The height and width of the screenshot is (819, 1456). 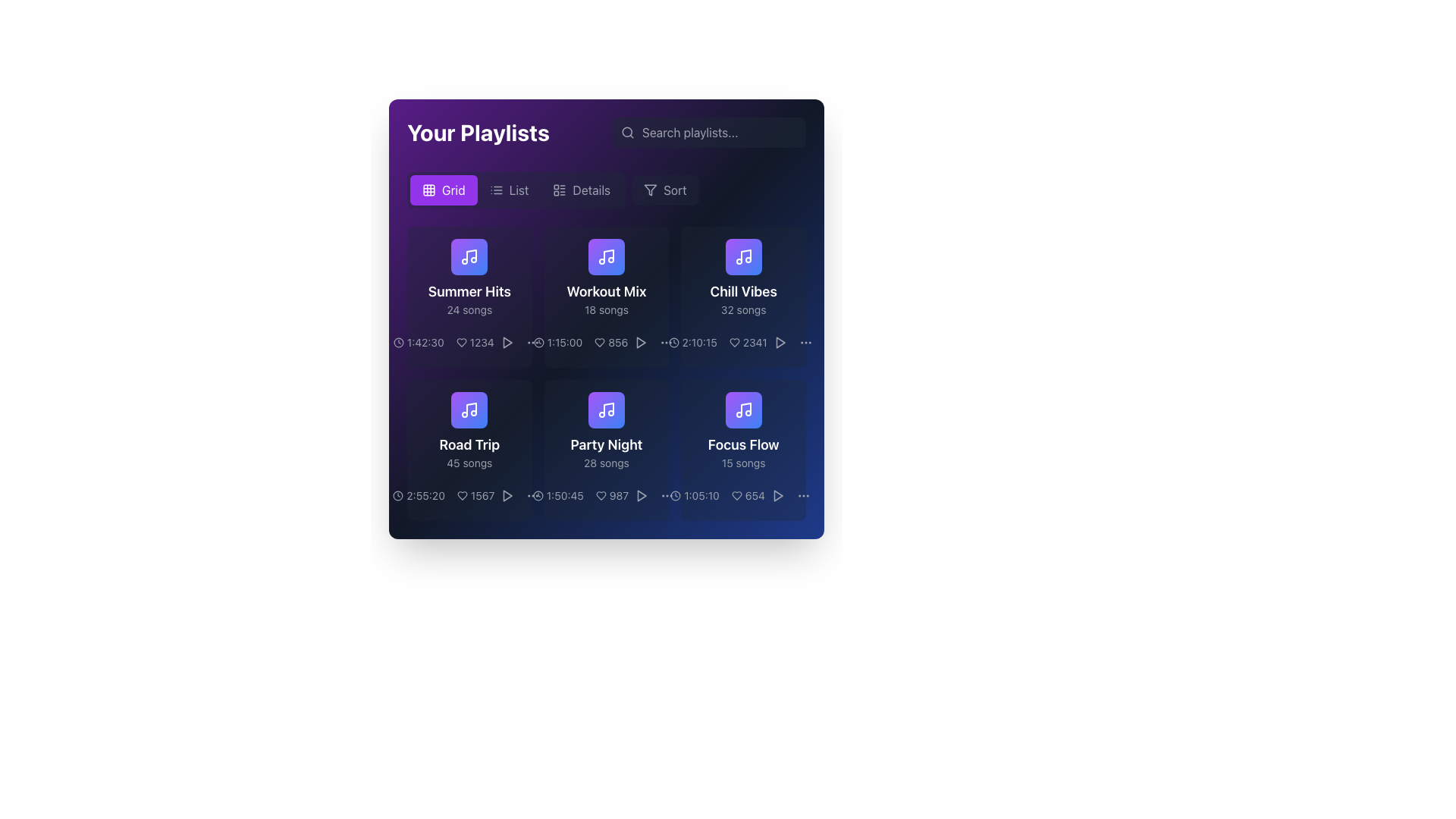 I want to click on the text element displaying the duration of the 'Focus Flow' playlist, located near the bottom-right corner of the playlist panel, beside a heart icon and above a play button icon, so click(x=694, y=496).